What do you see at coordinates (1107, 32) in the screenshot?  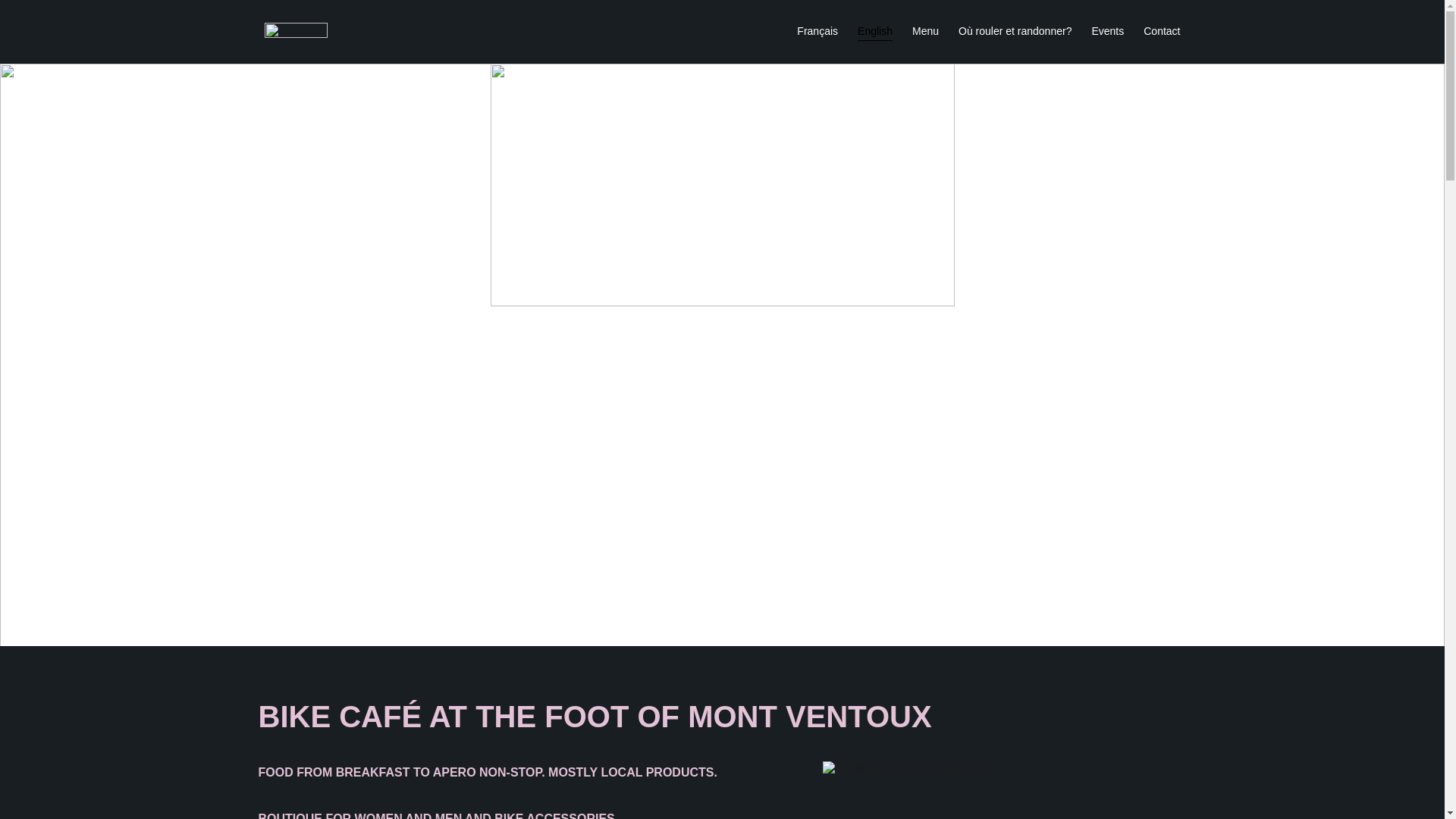 I see `'Events'` at bounding box center [1107, 32].